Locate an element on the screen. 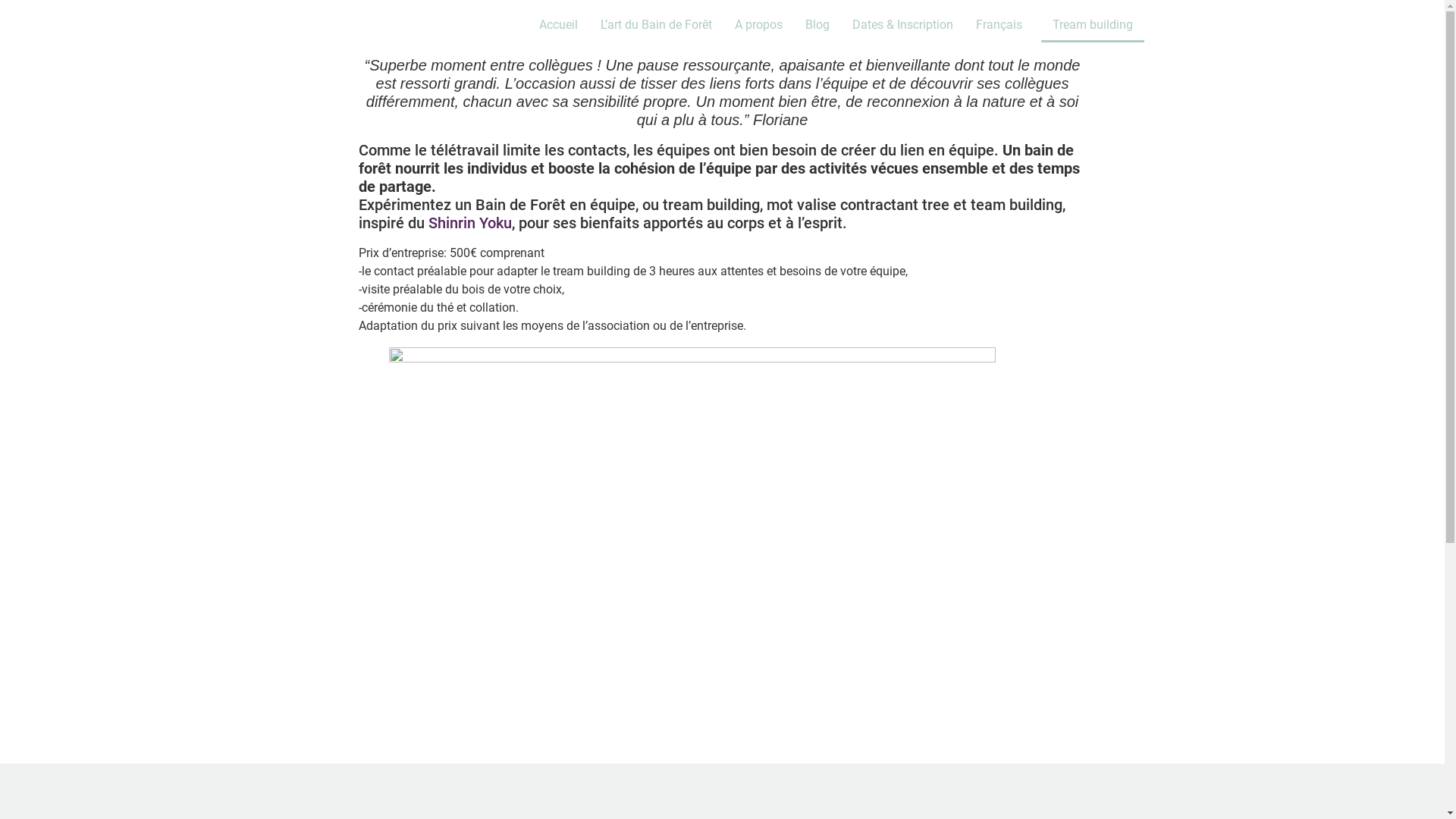 Image resolution: width=1456 pixels, height=819 pixels. 'Tream building' is located at coordinates (1092, 25).